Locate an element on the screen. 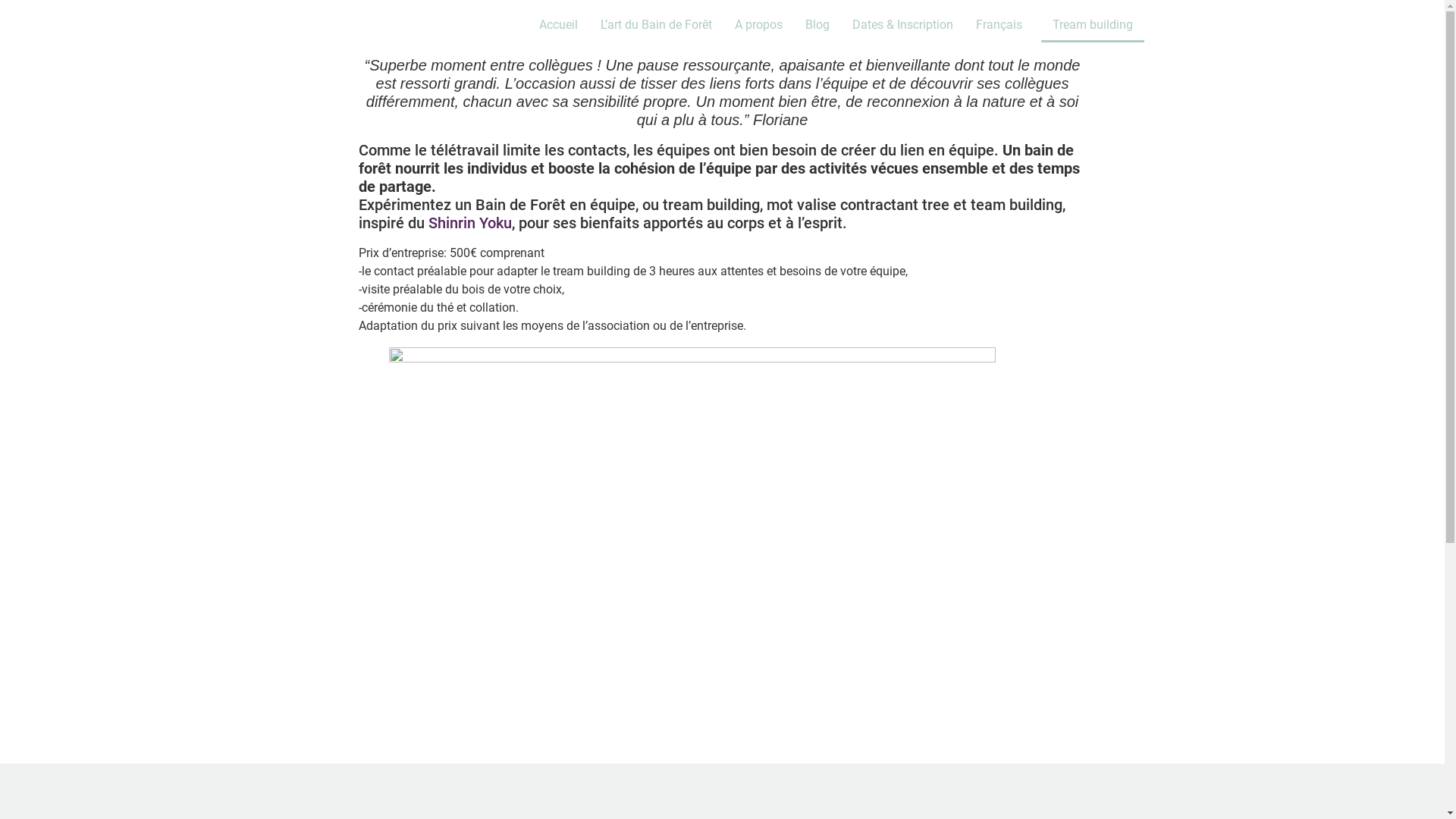 Image resolution: width=1456 pixels, height=819 pixels. 'Tream building' is located at coordinates (1092, 25).